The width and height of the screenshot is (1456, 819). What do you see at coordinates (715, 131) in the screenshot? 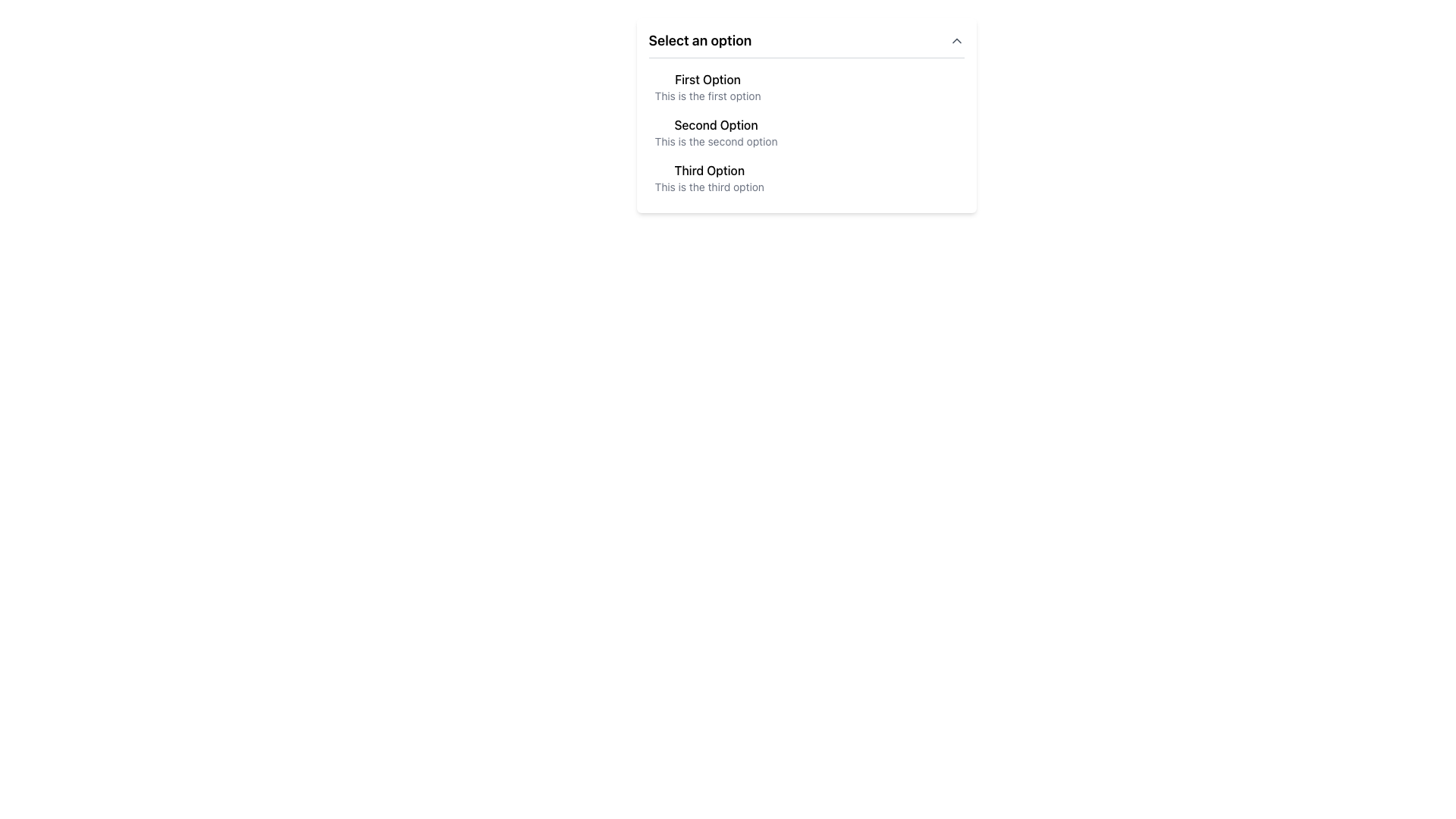
I see `the second selectable list item labeled 'Second Option'` at bounding box center [715, 131].